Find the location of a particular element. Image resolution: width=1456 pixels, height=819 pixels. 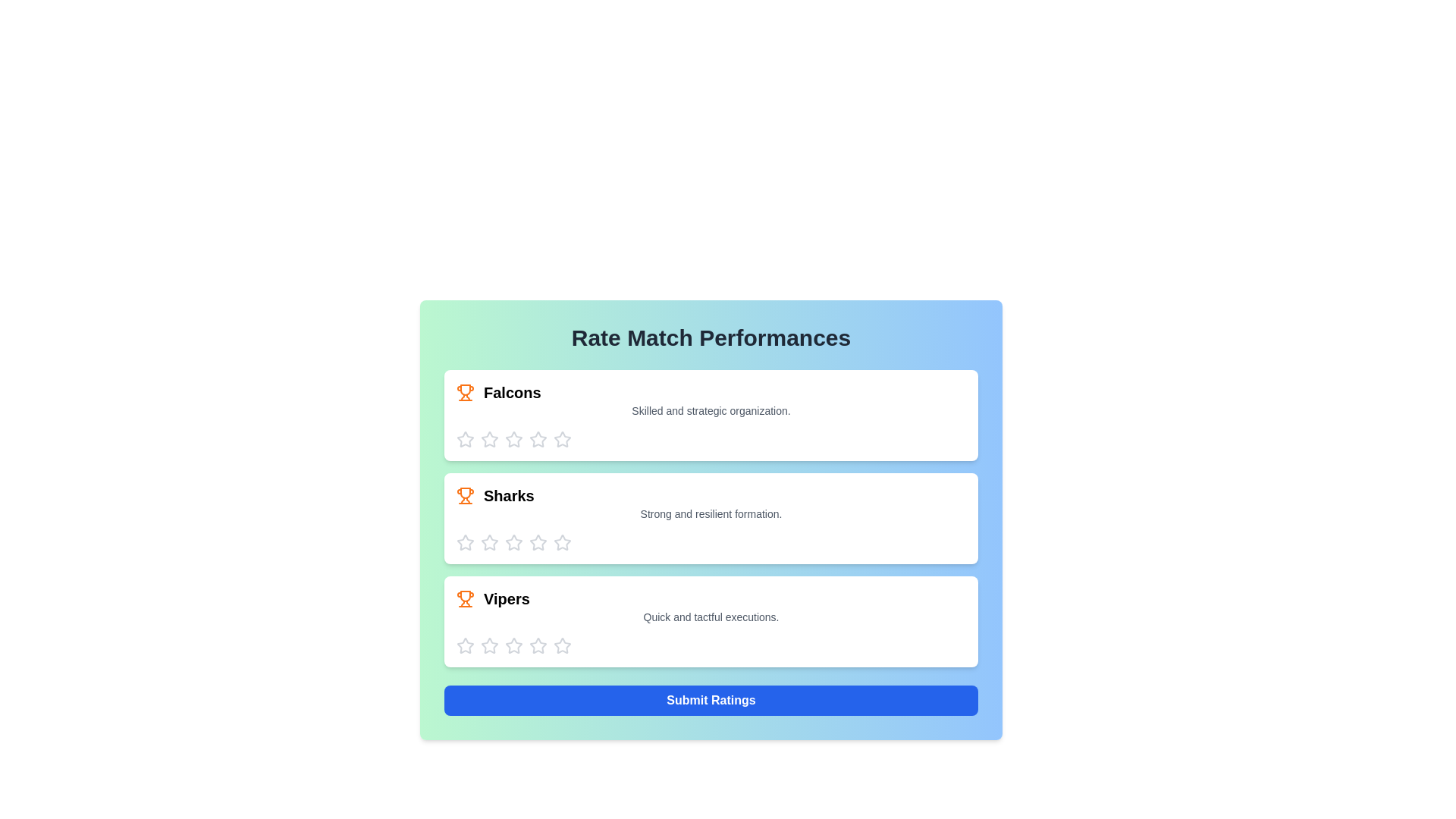

the Vipers team's 3 star to set the rating is located at coordinates (513, 646).